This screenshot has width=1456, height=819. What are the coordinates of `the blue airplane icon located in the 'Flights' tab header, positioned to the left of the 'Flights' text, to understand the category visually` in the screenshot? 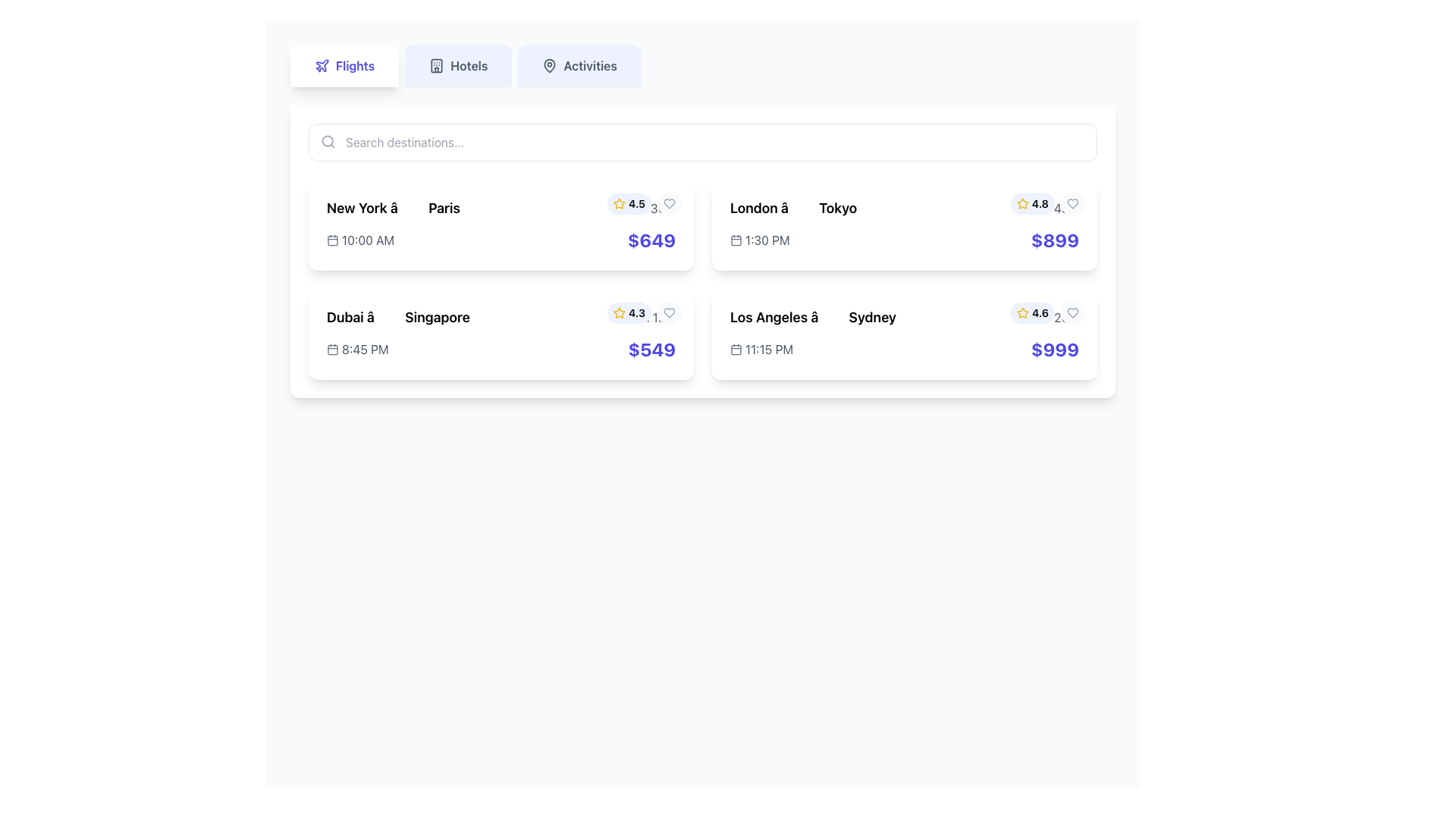 It's located at (322, 65).